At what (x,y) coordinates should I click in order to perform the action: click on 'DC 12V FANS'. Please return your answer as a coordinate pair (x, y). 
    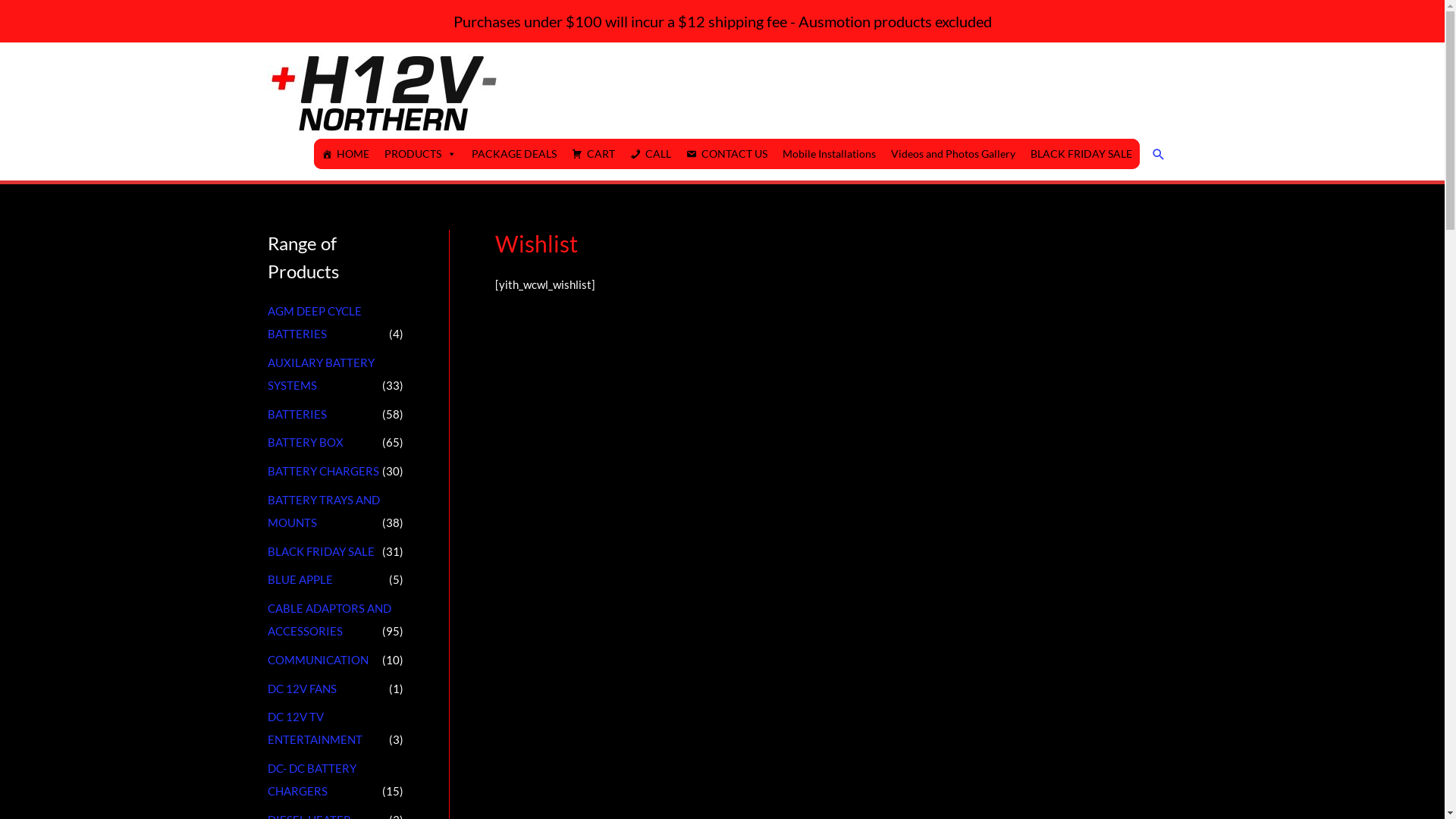
    Looking at the image, I should click on (301, 688).